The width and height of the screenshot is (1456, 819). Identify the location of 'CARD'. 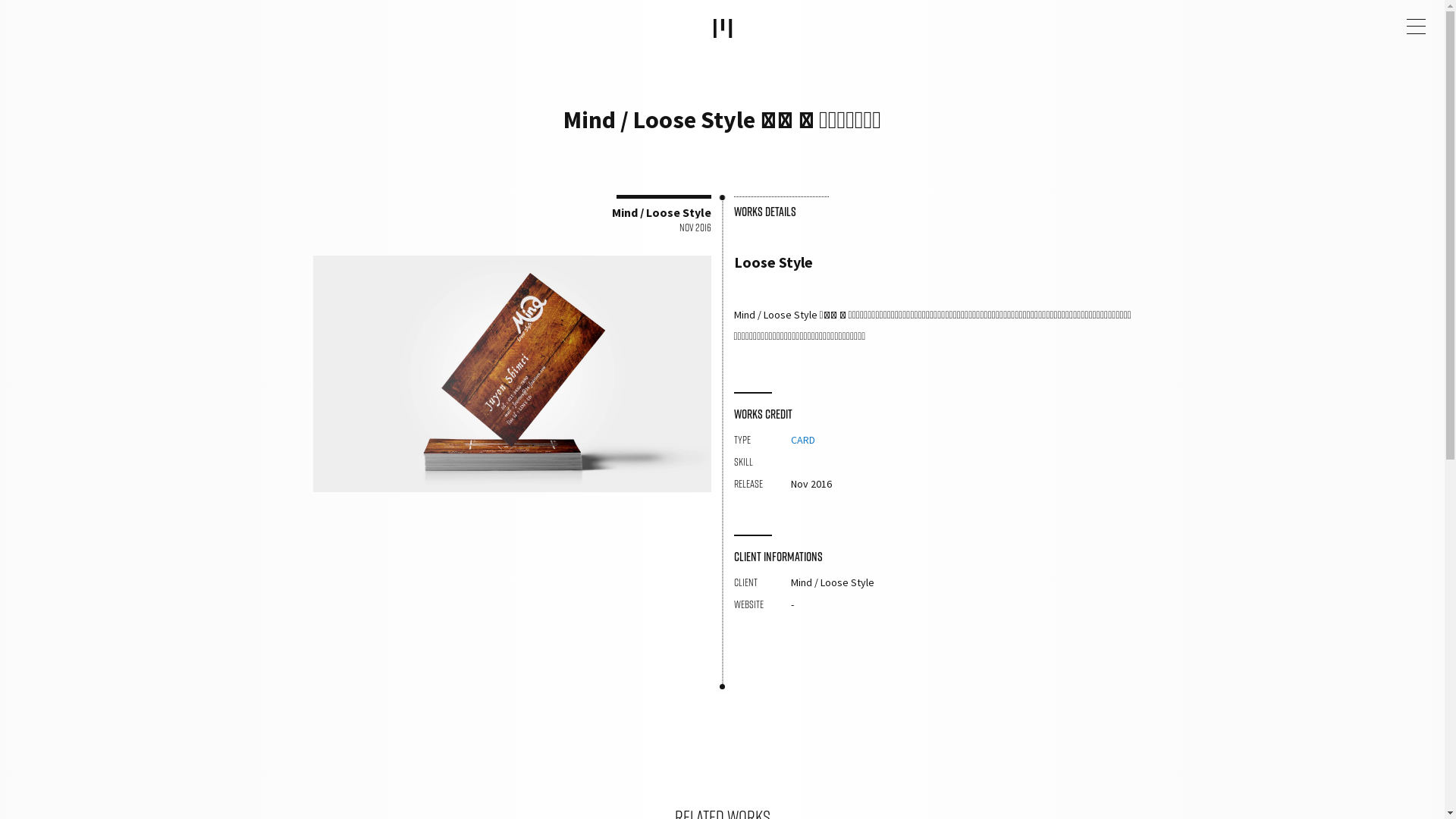
(801, 439).